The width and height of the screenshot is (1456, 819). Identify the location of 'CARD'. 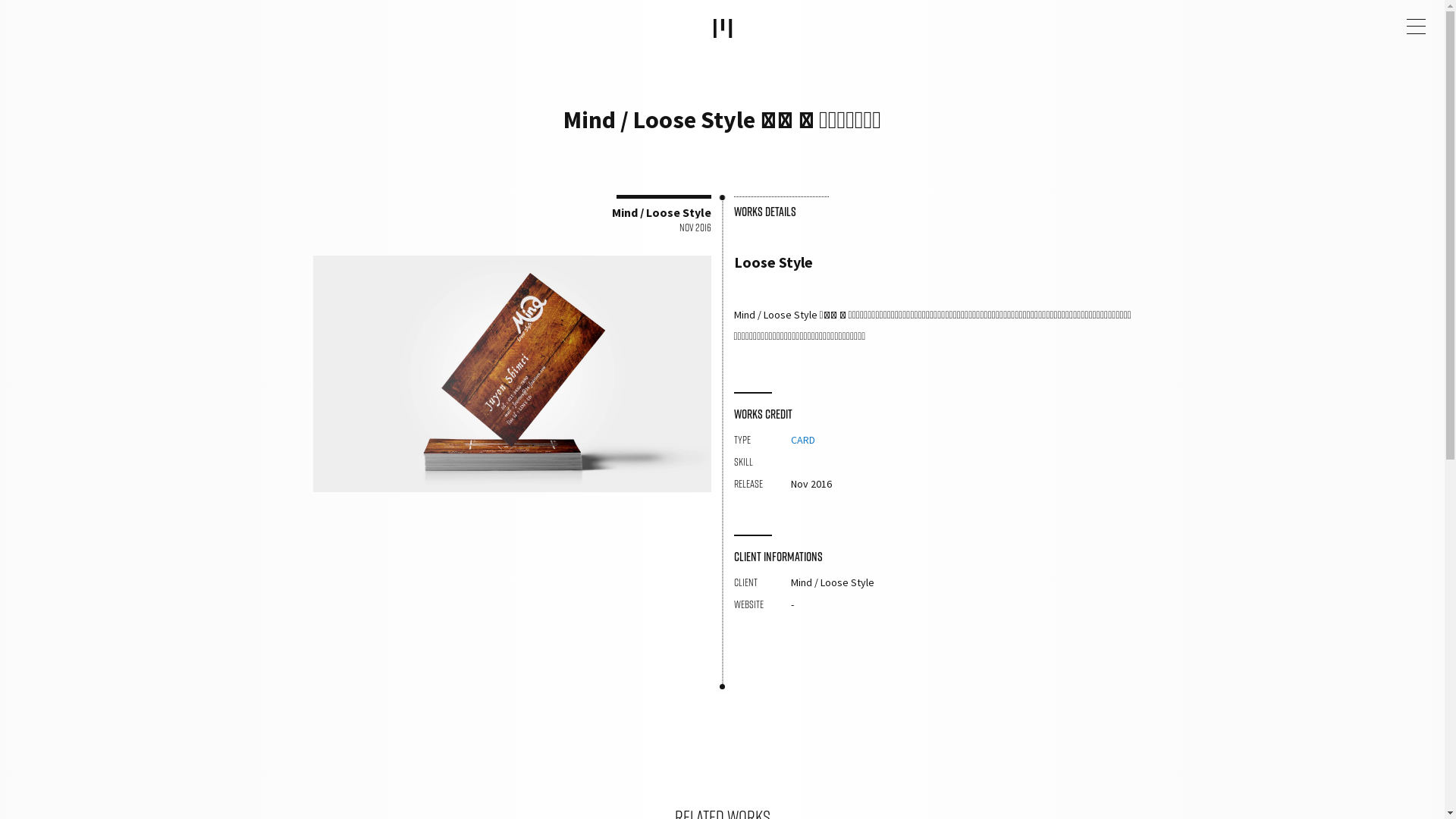
(801, 439).